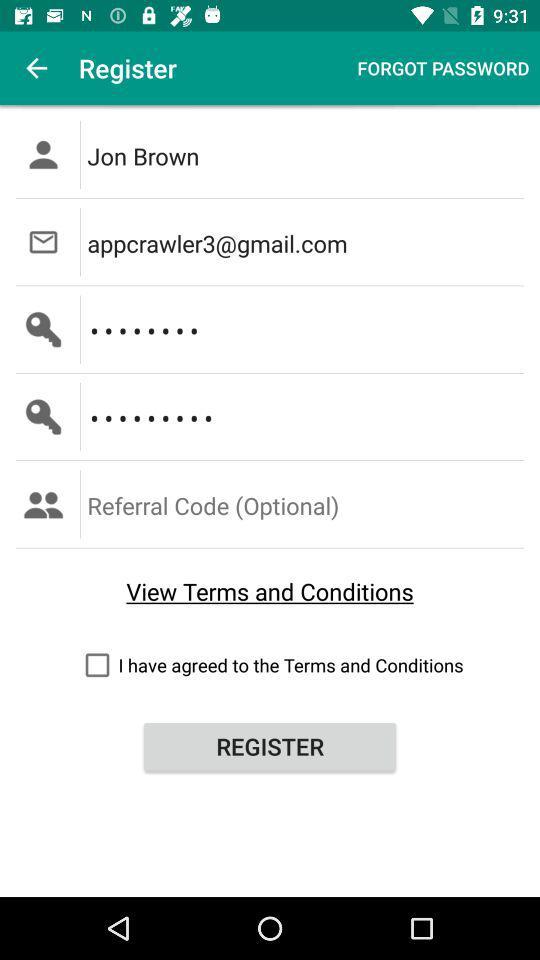 The image size is (540, 960). What do you see at coordinates (443, 68) in the screenshot?
I see `item to the right of register` at bounding box center [443, 68].